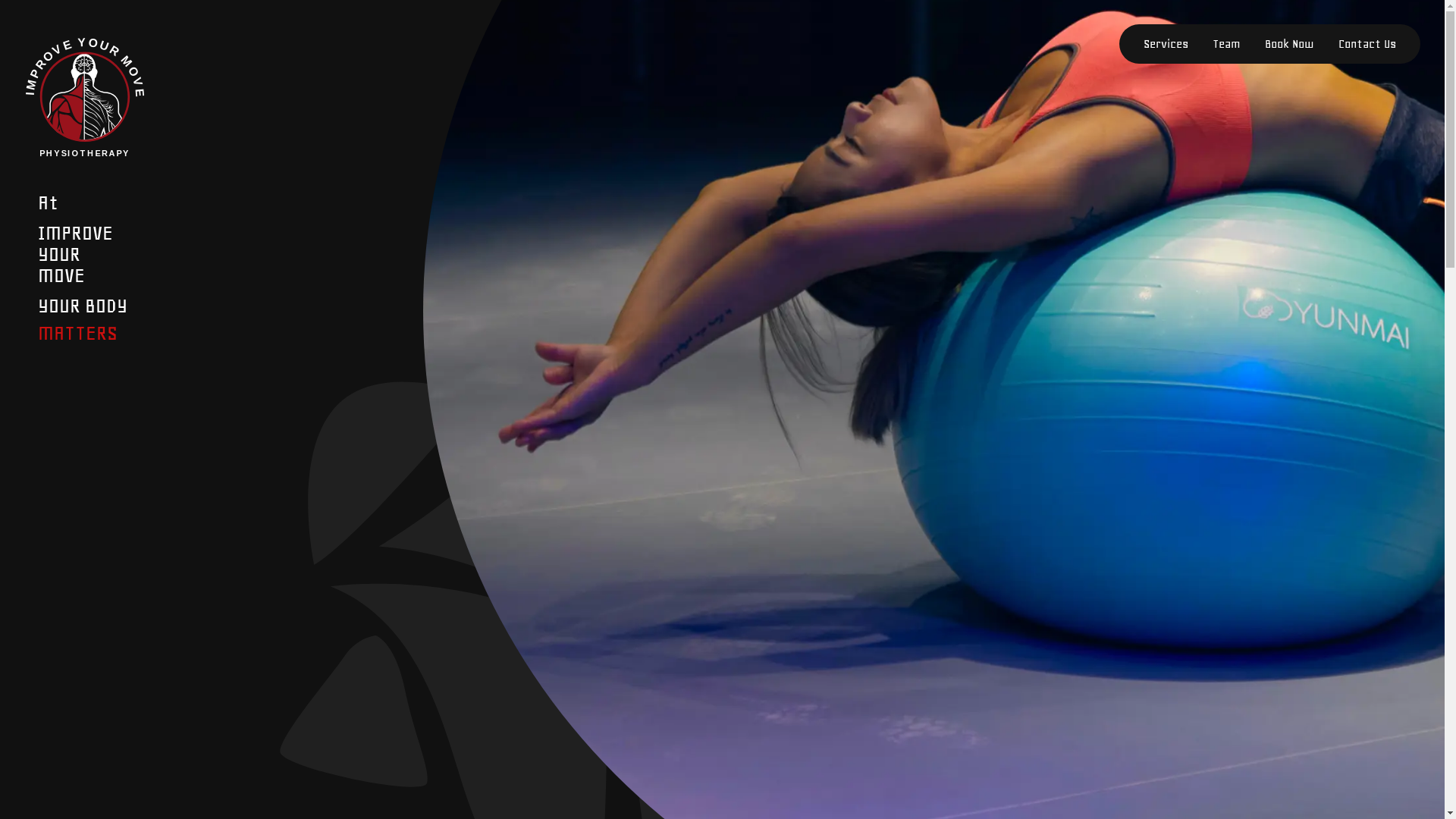  Describe the element at coordinates (1226, 42) in the screenshot. I see `'Team'` at that location.